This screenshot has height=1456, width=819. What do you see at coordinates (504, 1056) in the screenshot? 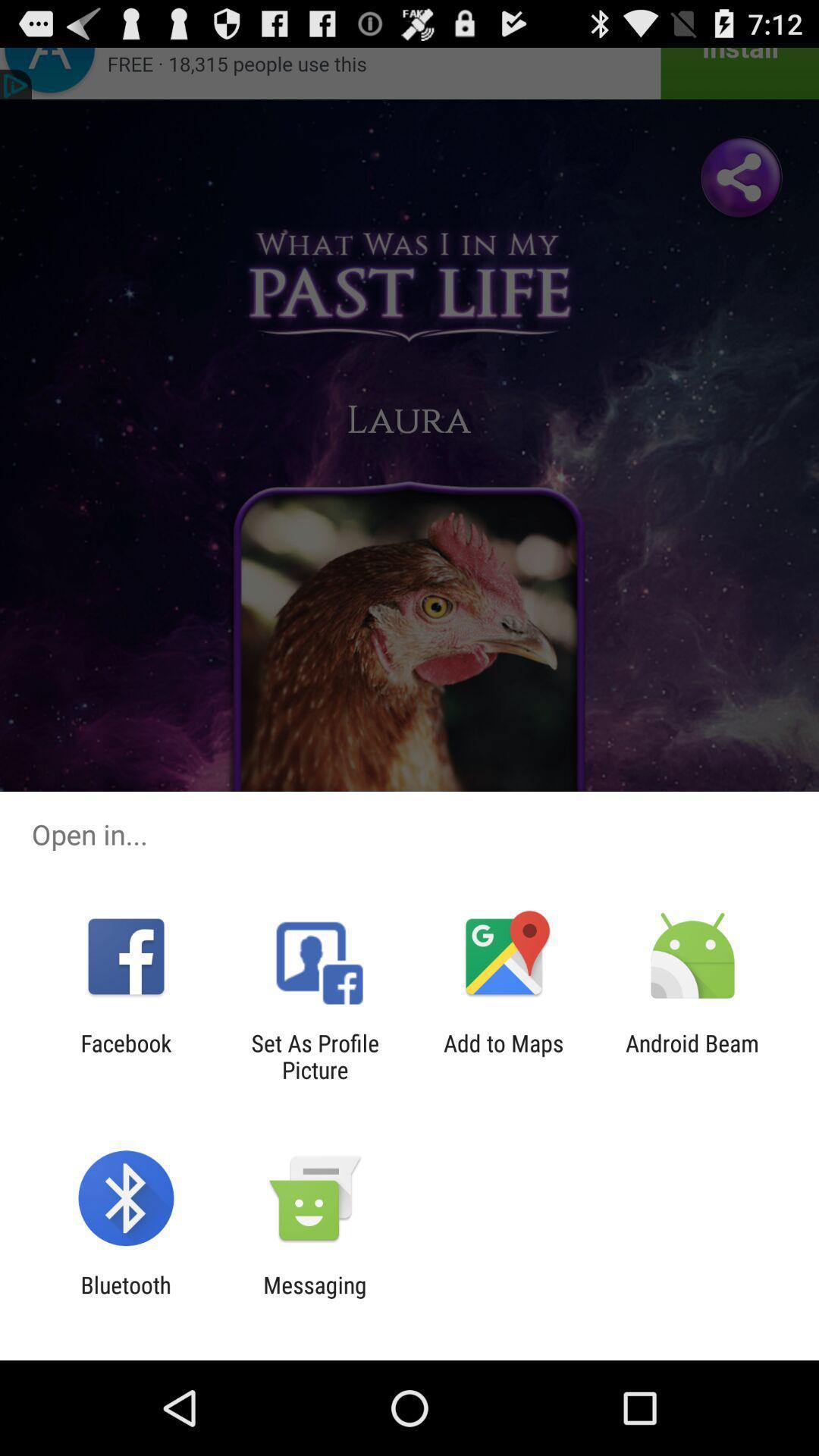
I see `the add to maps item` at bounding box center [504, 1056].